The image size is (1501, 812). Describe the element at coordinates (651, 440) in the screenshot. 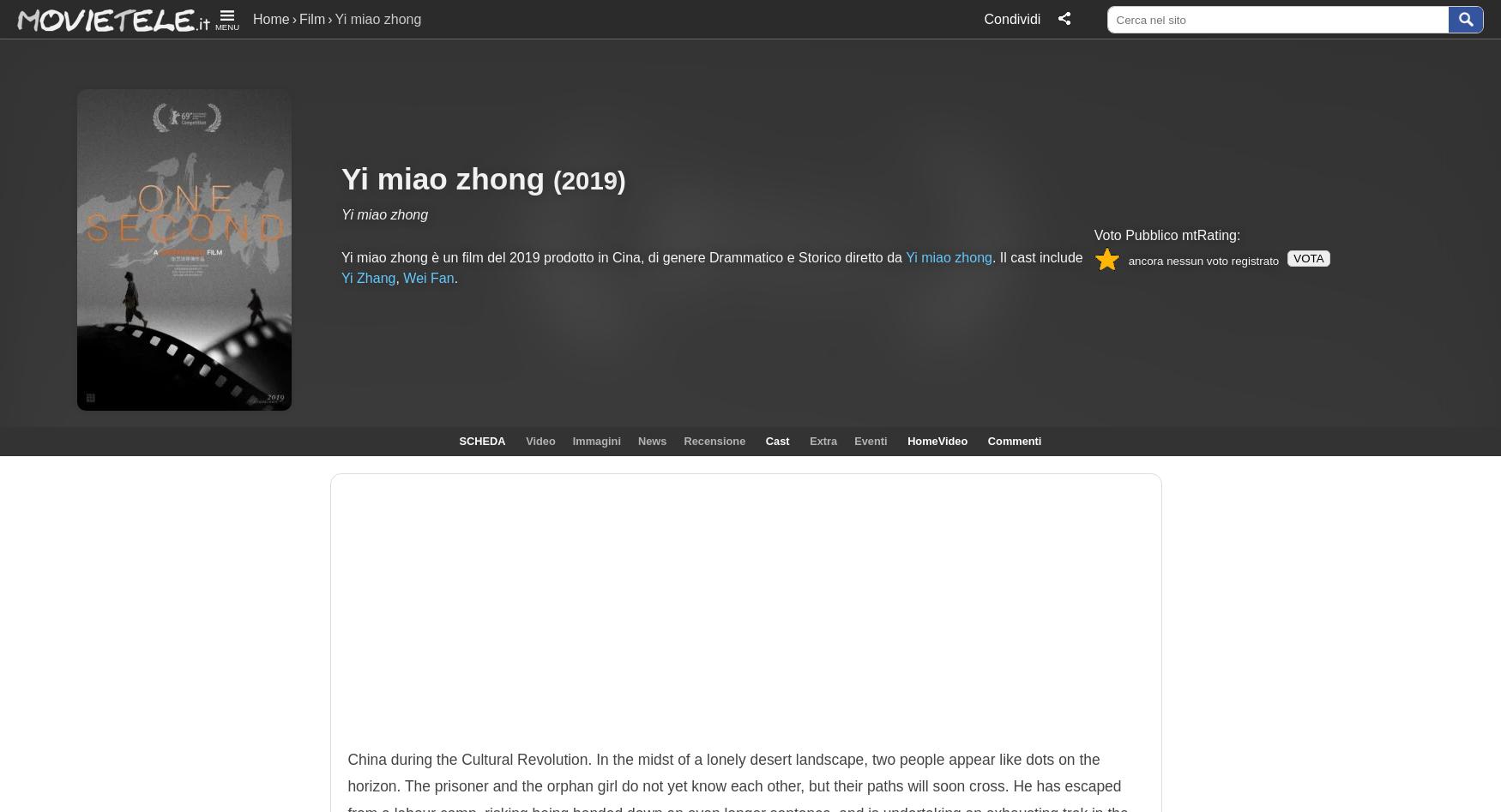

I see `'News'` at that location.